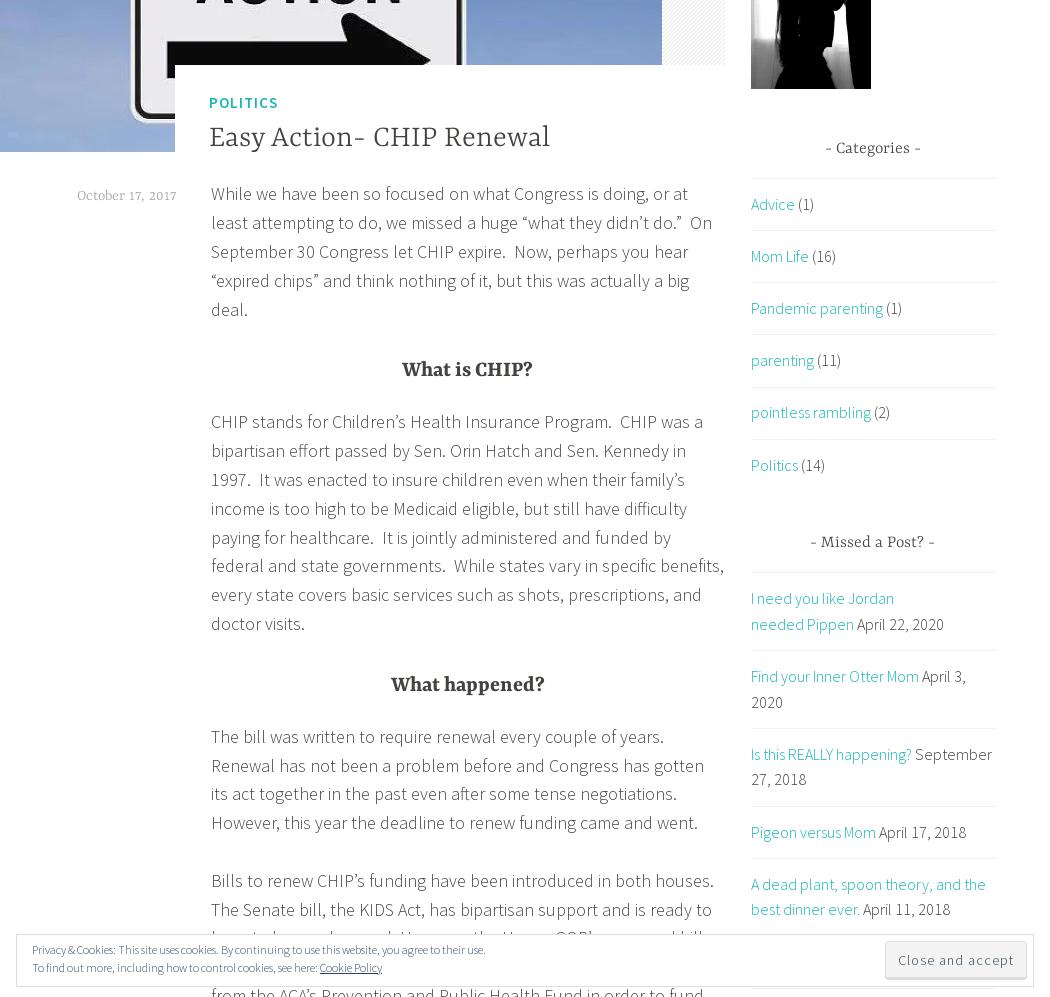  I want to click on '(11)', so click(826, 359).